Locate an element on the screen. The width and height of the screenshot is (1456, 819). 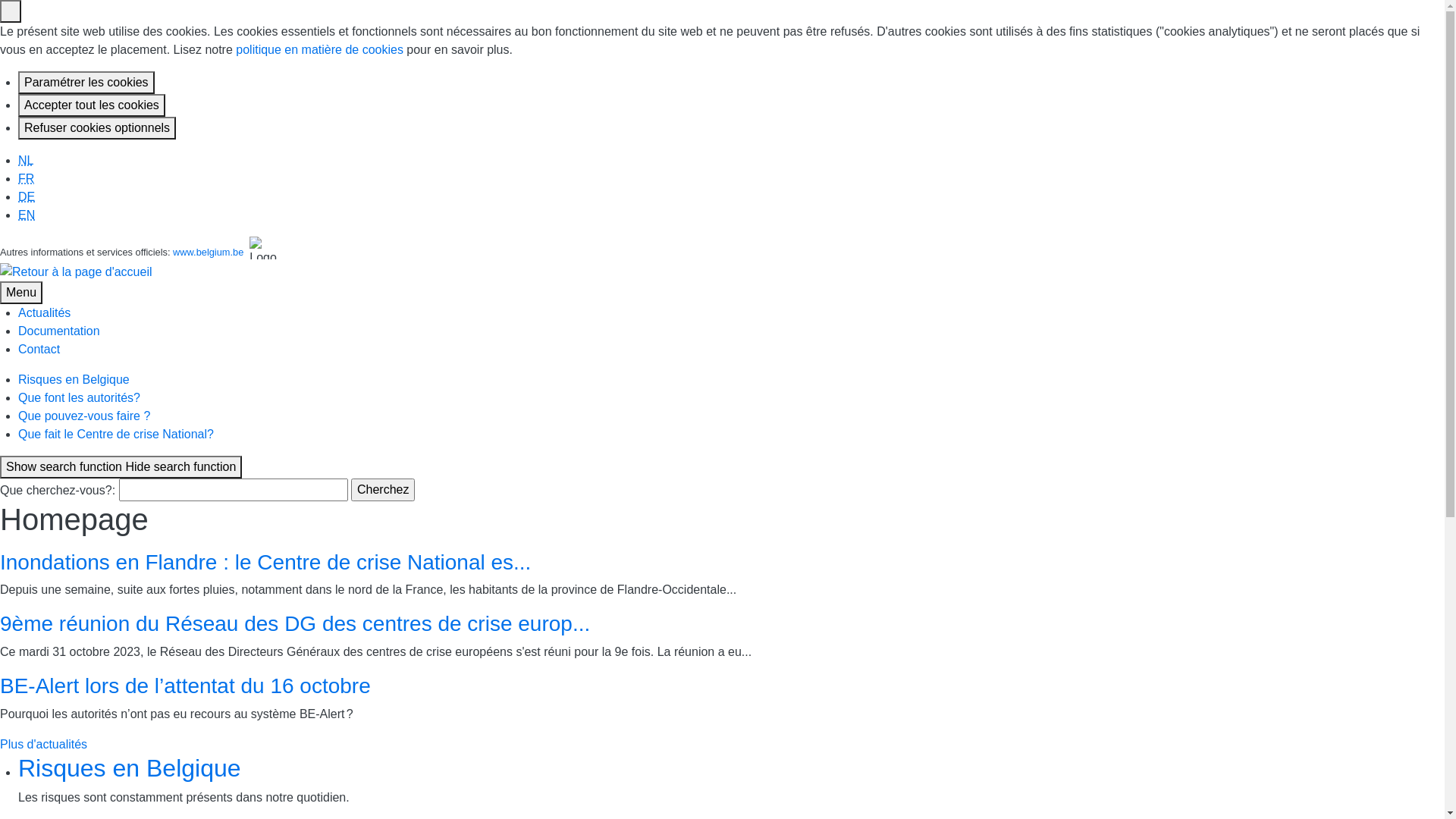
'www.belgium.be' is located at coordinates (207, 251).